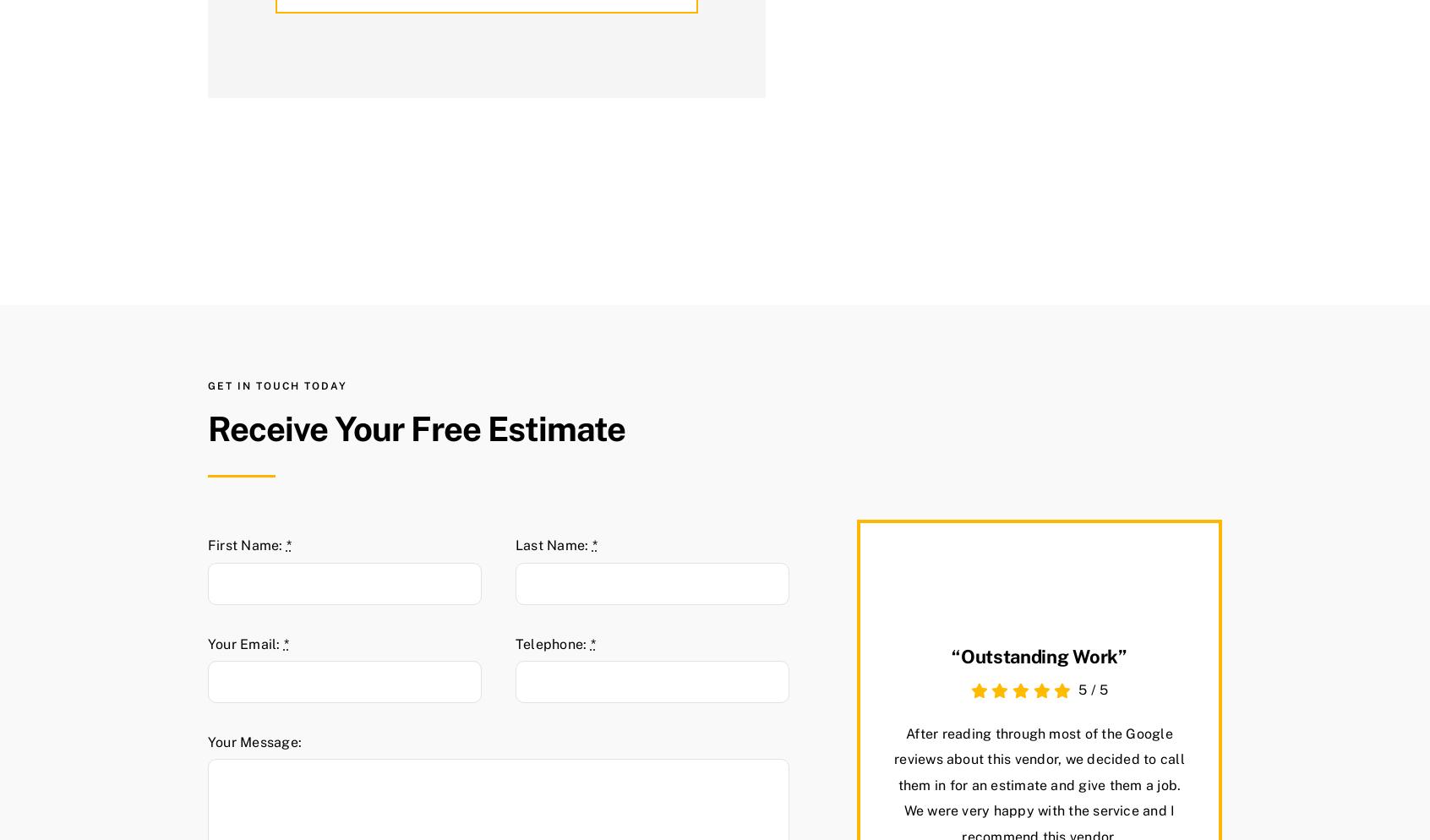 Image resolution: width=1430 pixels, height=840 pixels. I want to click on 'Telephone:', so click(552, 642).